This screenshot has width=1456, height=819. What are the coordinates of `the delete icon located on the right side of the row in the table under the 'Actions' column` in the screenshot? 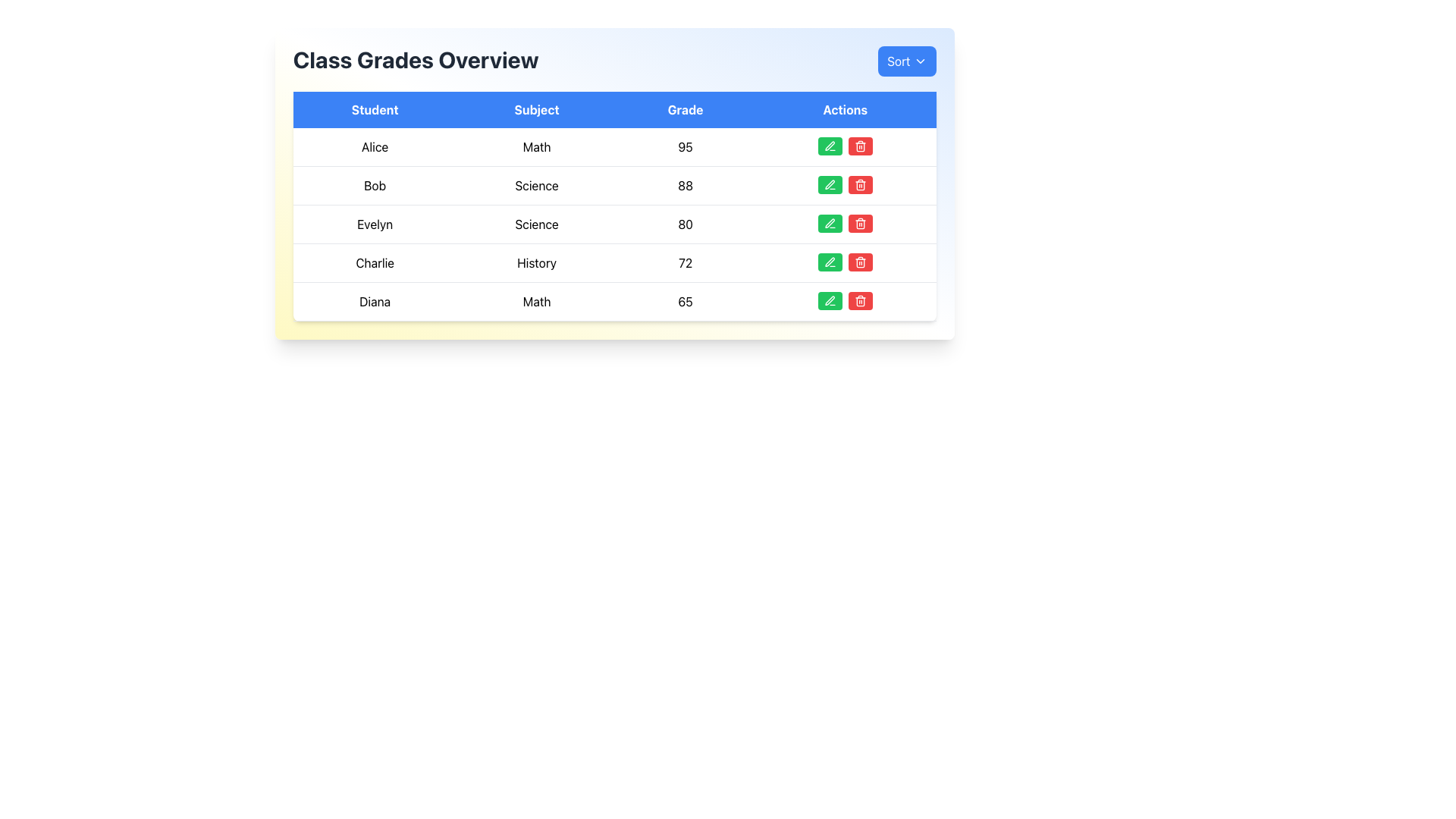 It's located at (860, 262).